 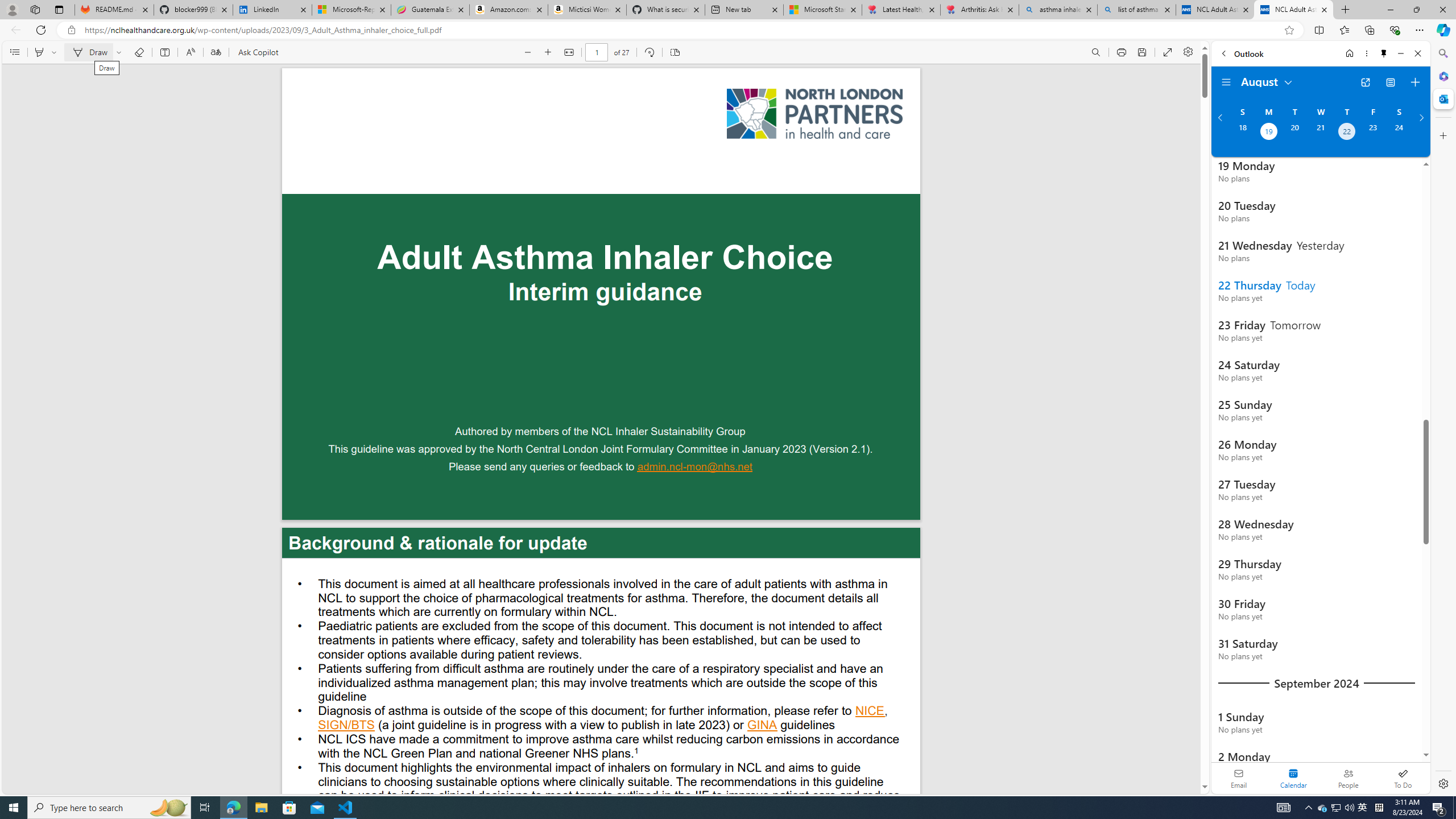 I want to click on 'admin.ncl-mon@nhs.net', so click(x=695, y=468).